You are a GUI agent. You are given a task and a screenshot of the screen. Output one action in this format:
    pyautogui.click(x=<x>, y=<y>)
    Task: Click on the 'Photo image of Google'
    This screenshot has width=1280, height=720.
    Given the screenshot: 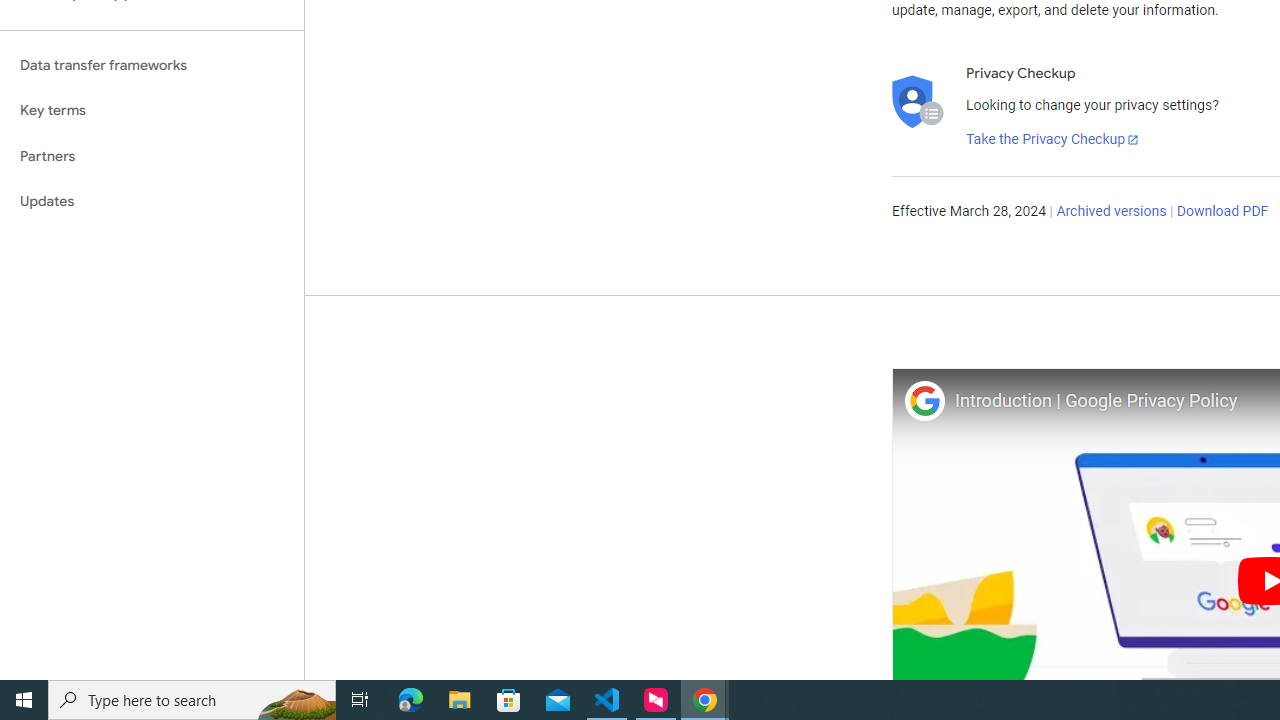 What is the action you would take?
    pyautogui.click(x=923, y=400)
    